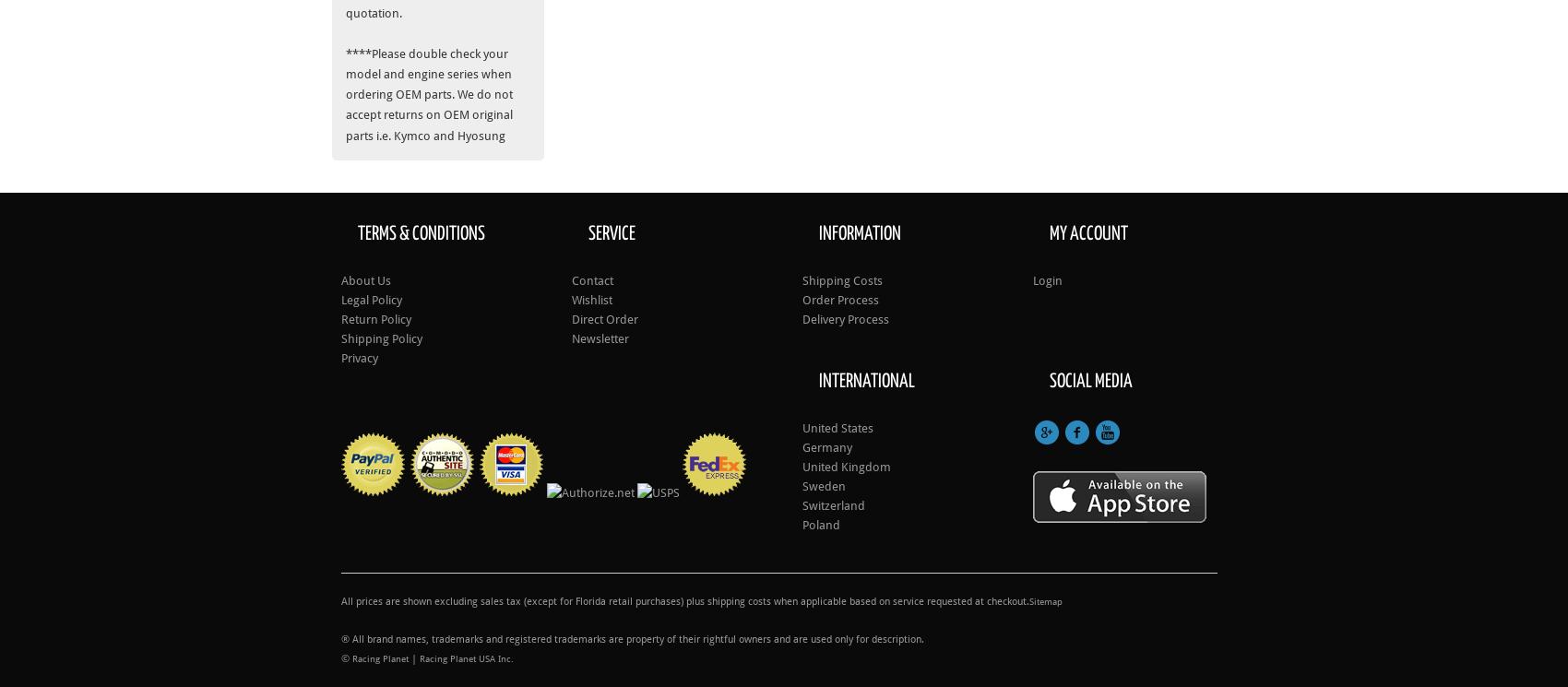  Describe the element at coordinates (570, 318) in the screenshot. I see `'Direct Order'` at that location.